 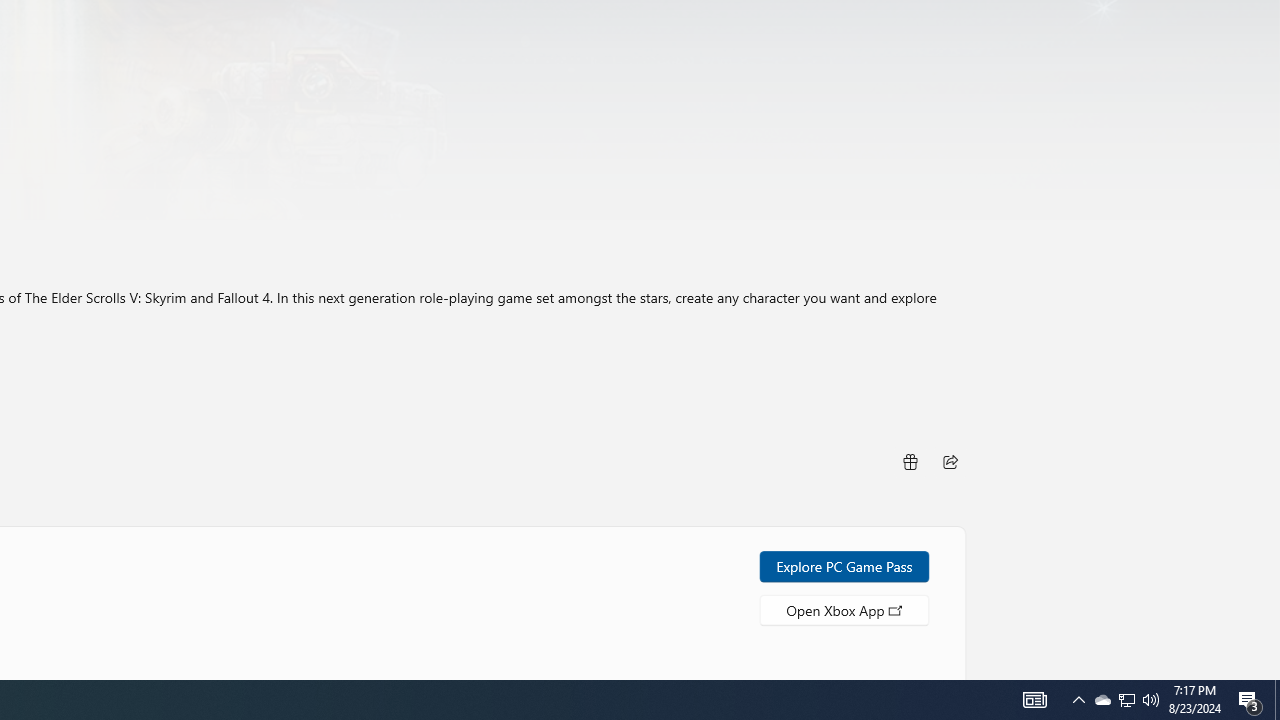 I want to click on 'Share', so click(x=949, y=460).